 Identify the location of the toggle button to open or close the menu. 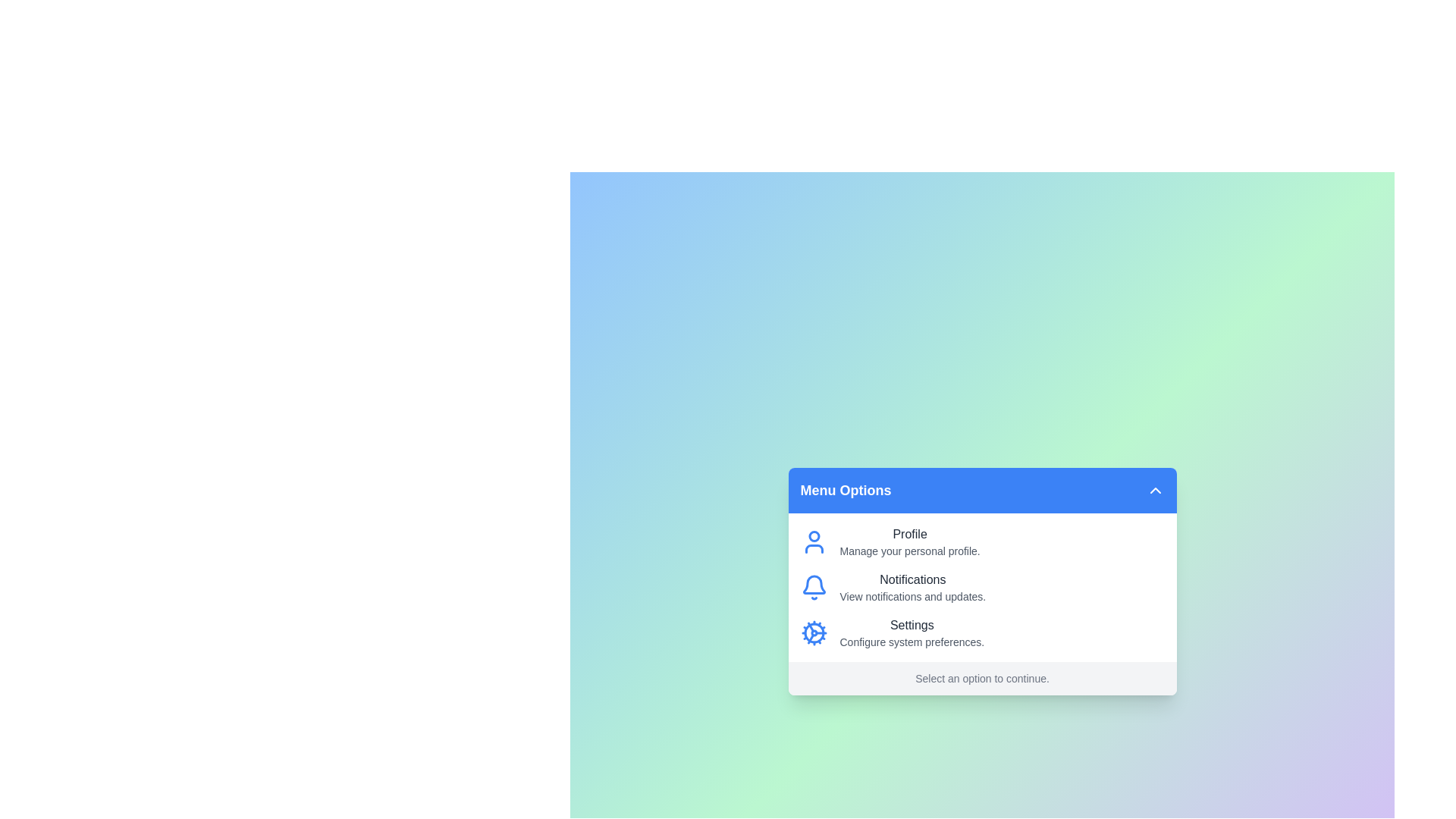
(1154, 491).